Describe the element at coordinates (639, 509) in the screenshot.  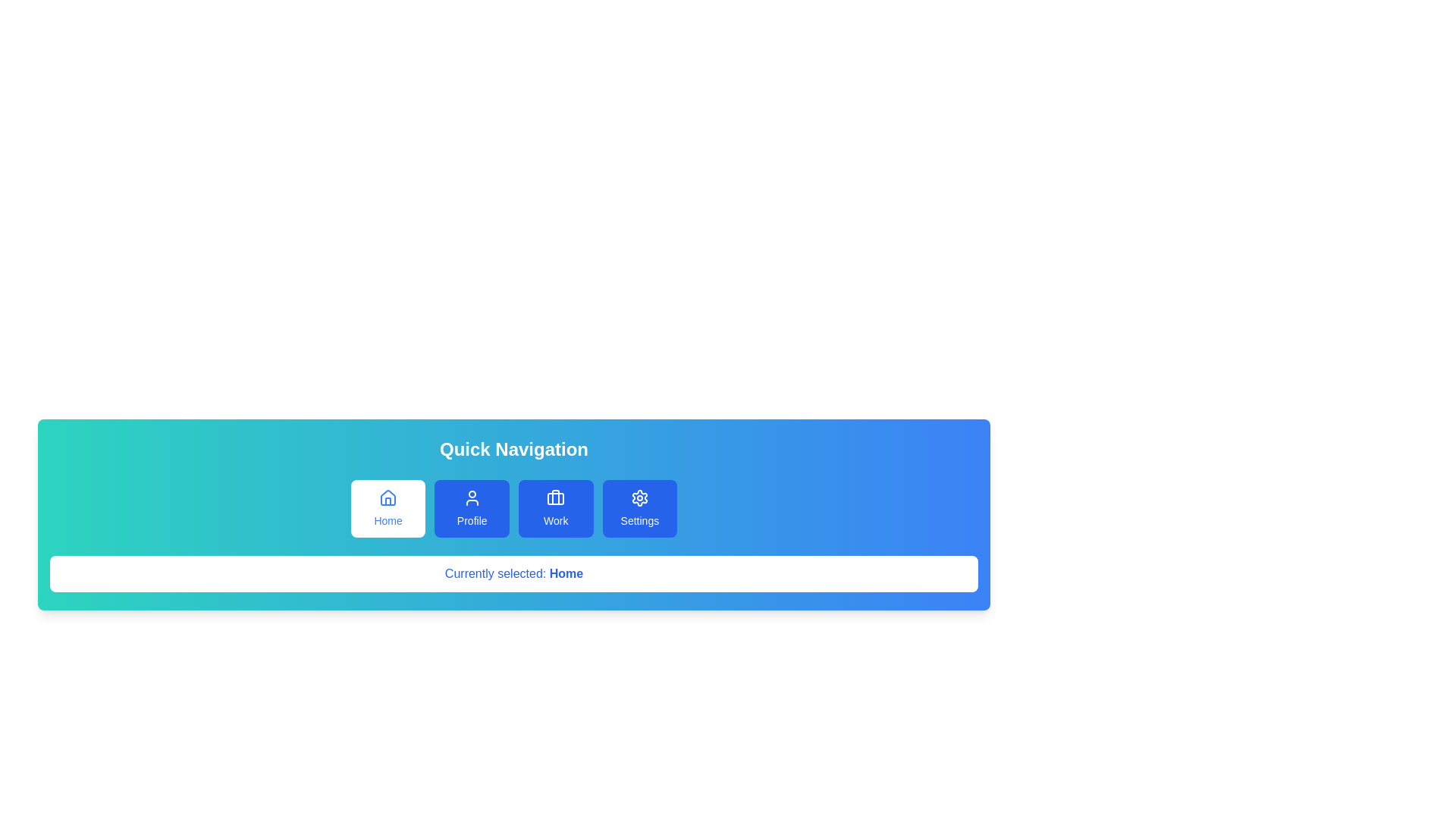
I see `the Settings tab` at that location.